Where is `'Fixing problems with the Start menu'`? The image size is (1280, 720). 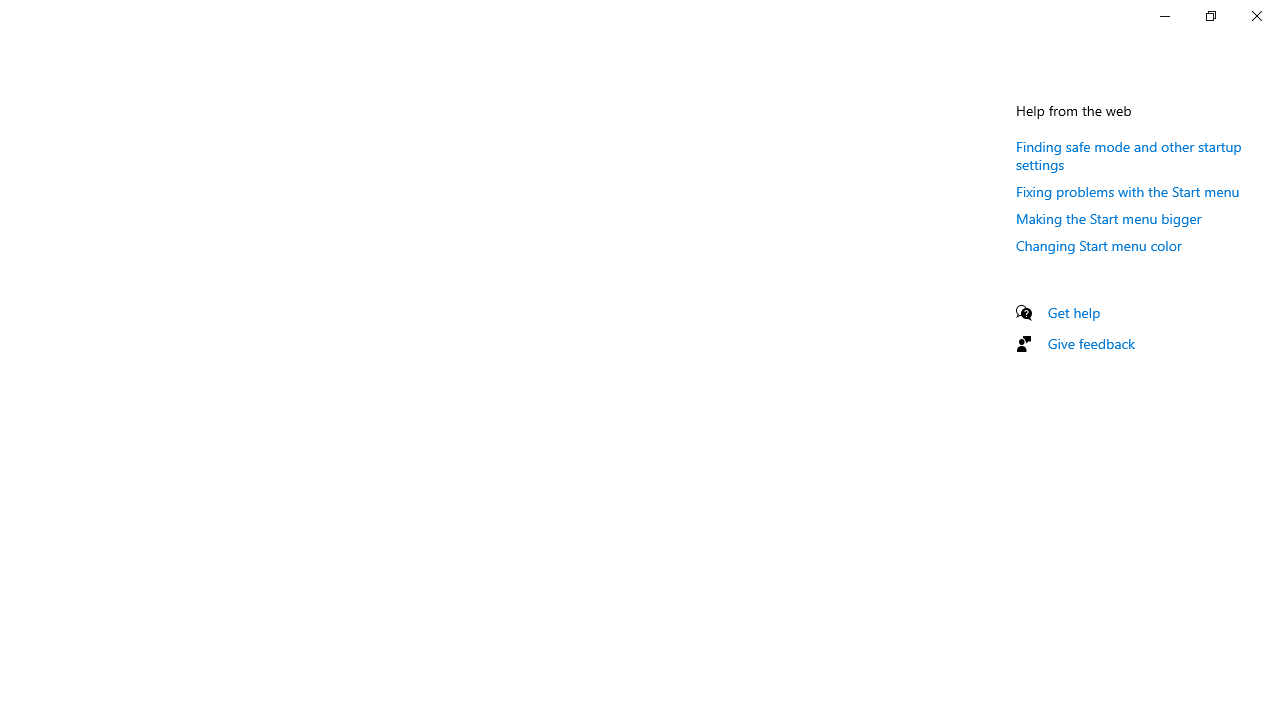
'Fixing problems with the Start menu' is located at coordinates (1128, 191).